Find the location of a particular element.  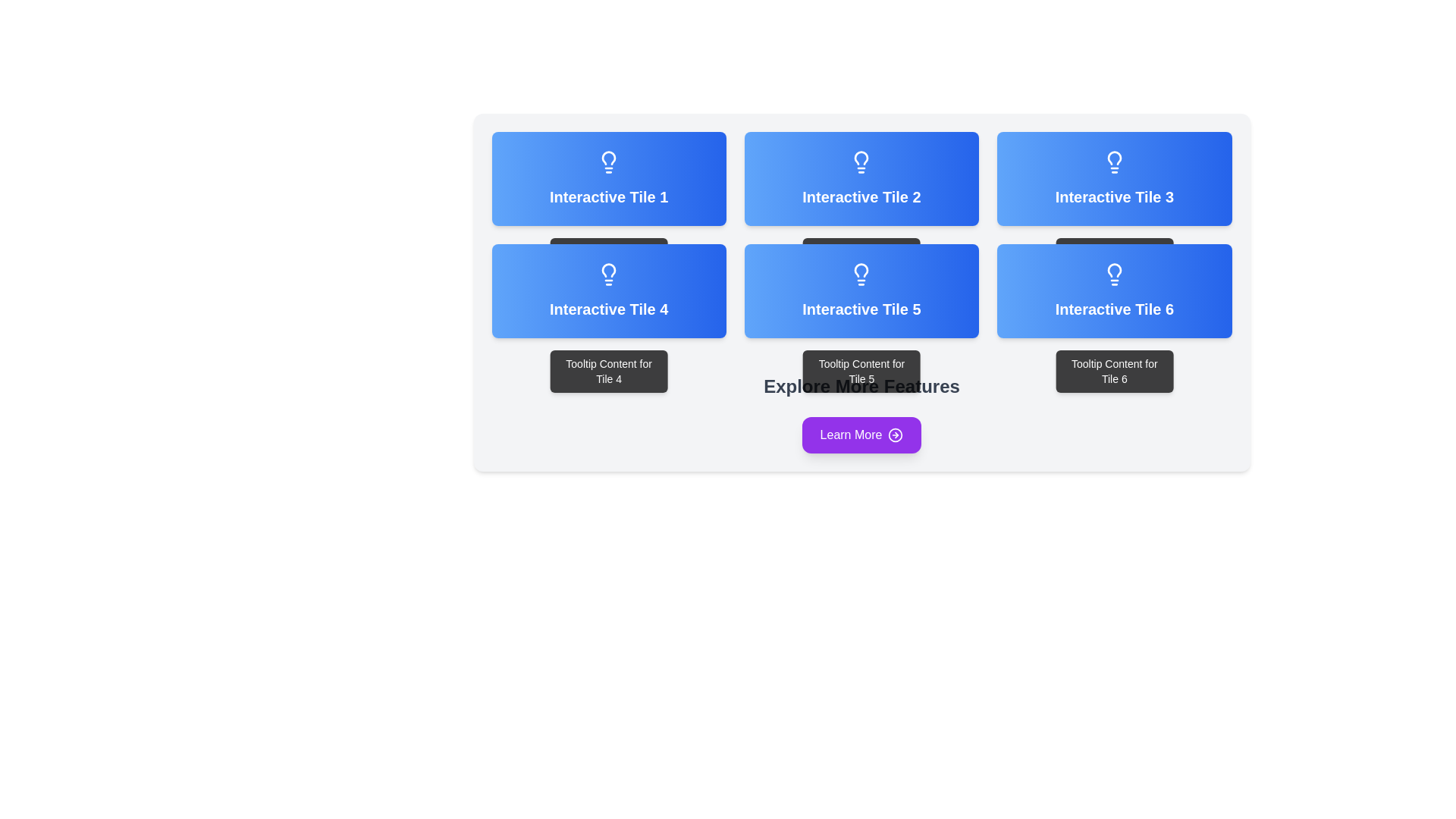

the bold, large text element reading 'Explore More Features', which is styled in gray and positioned centrally between the Interactive Tile 5 and the 'Learn More' button is located at coordinates (861, 385).